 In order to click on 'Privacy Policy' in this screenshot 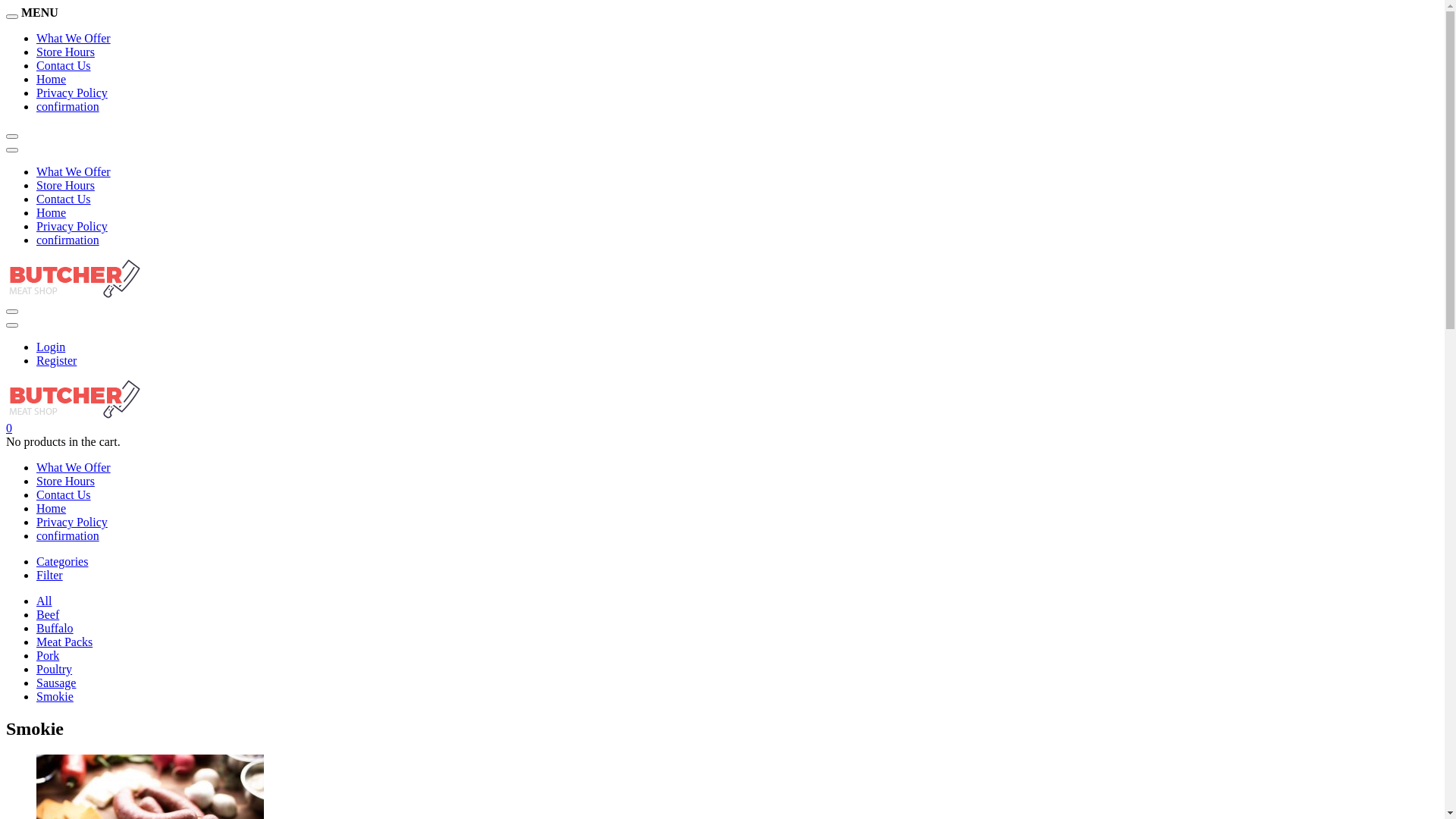, I will do `click(36, 521)`.